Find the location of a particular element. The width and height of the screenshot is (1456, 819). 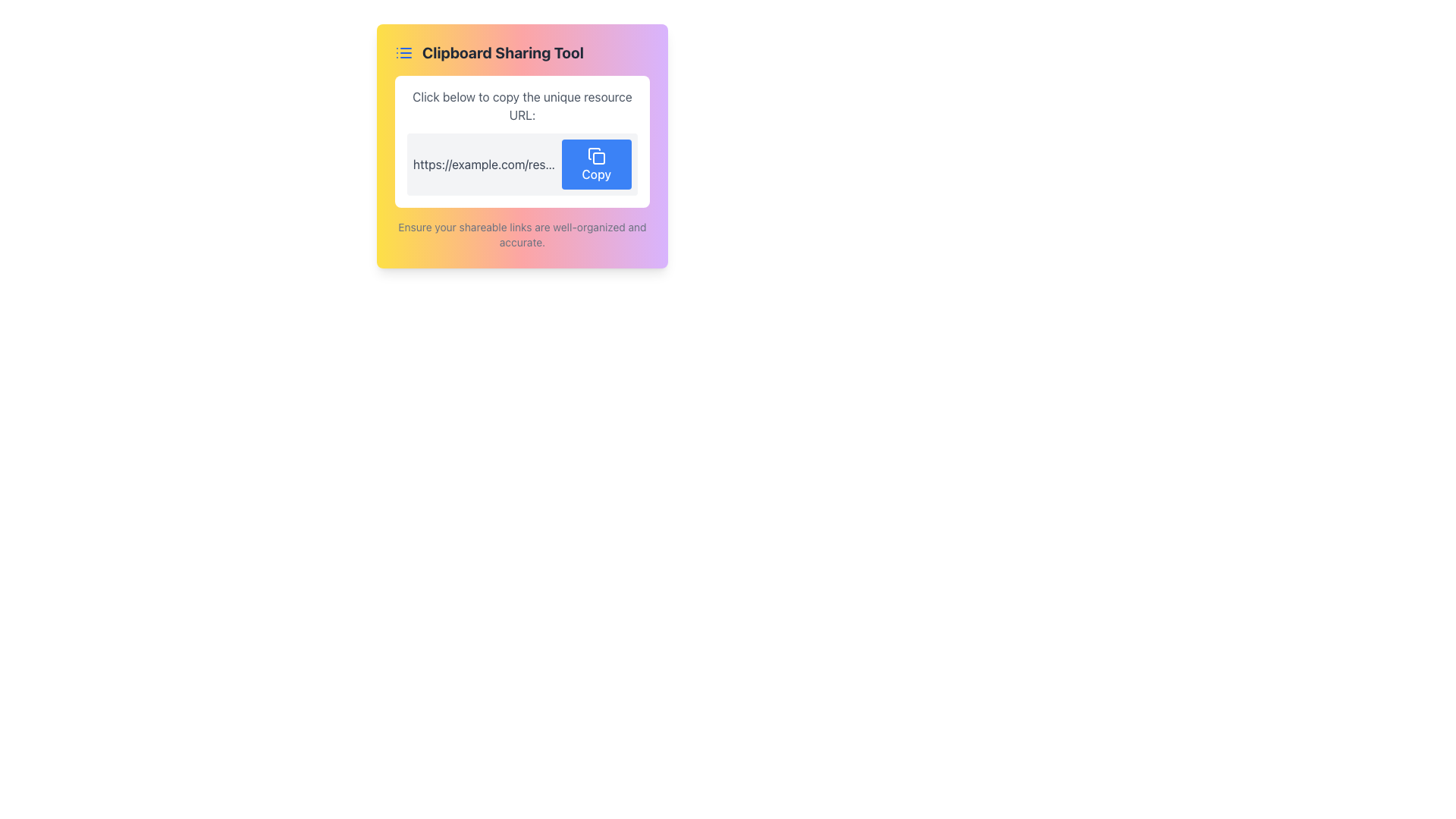

informative static text located at the bottom of the gradient card, which advises on the organization and accuracy of shareable links is located at coordinates (522, 234).